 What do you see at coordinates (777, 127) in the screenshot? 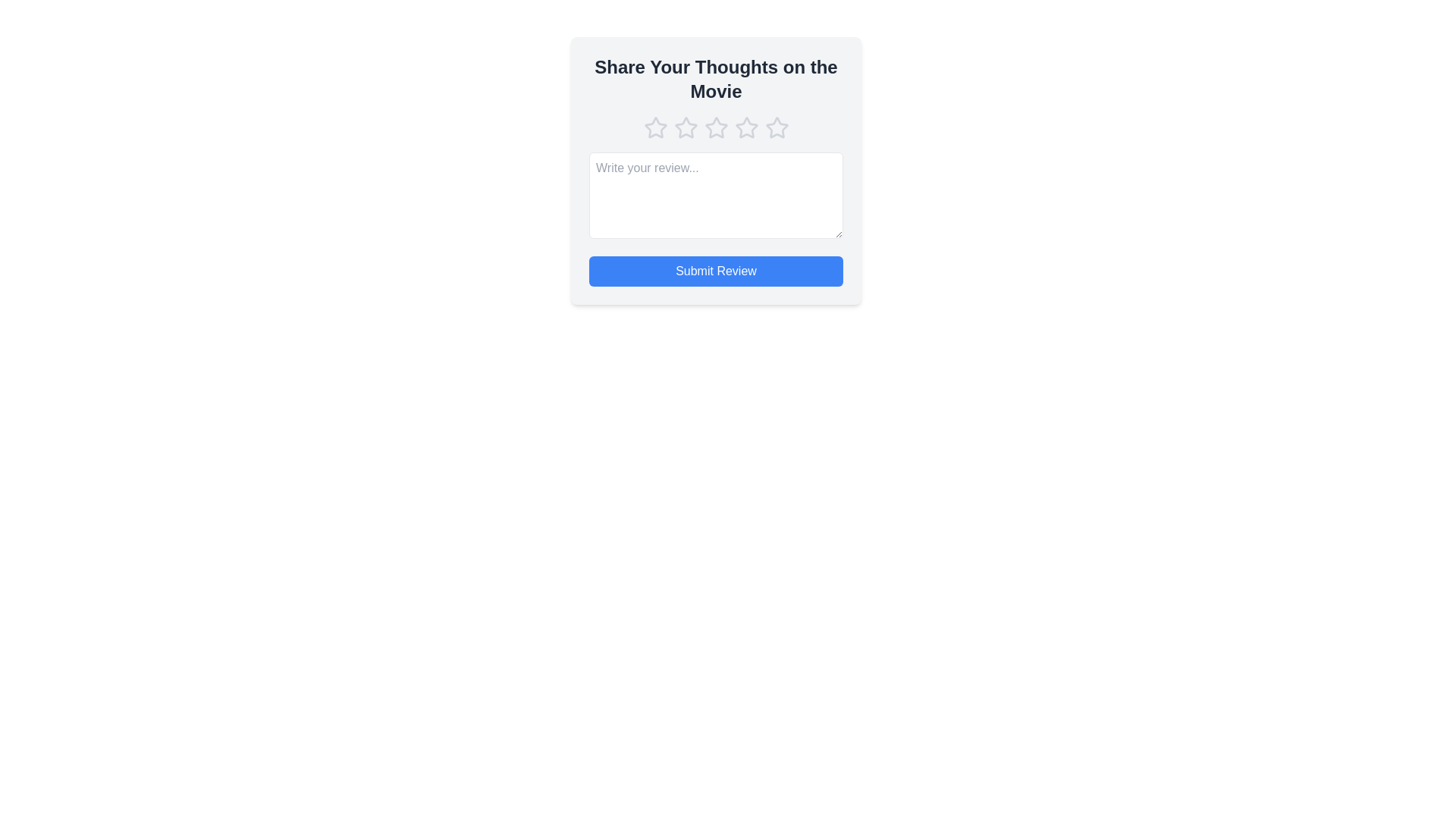
I see `the fifth star icon in the rating bar to visually highlight the level` at bounding box center [777, 127].